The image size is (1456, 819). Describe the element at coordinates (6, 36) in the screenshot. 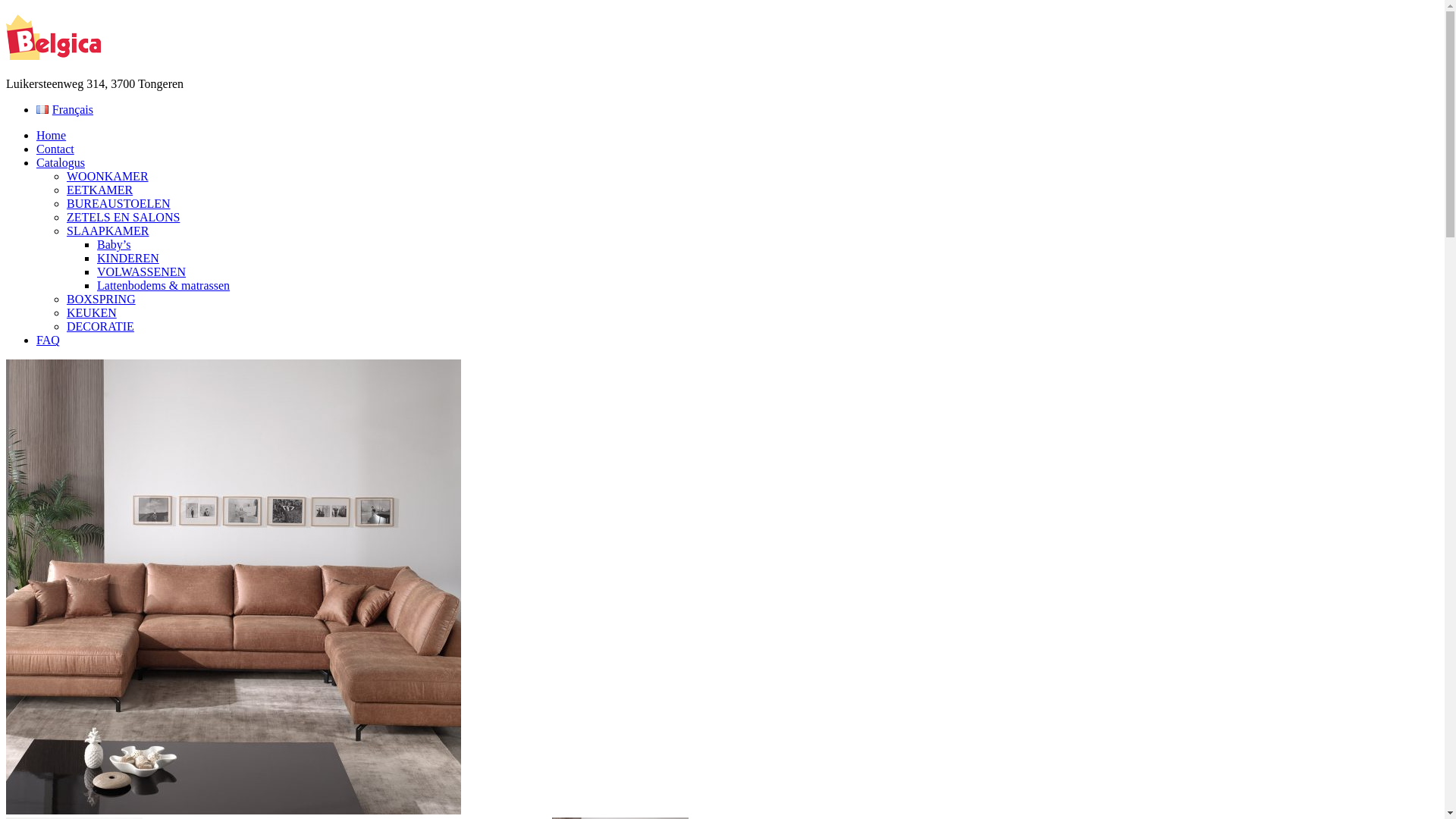

I see `'Meer dan ooit de goedkoopste'` at that location.